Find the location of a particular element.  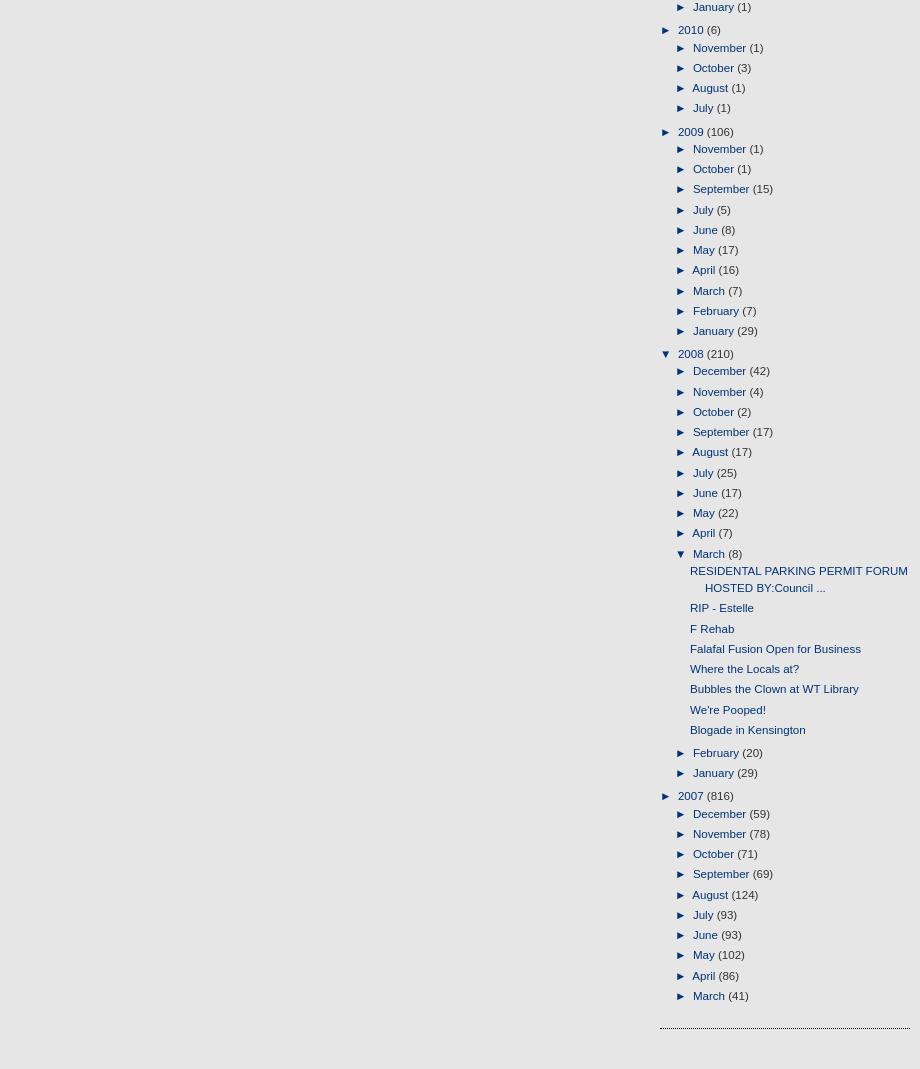

'2010' is located at coordinates (691, 29).